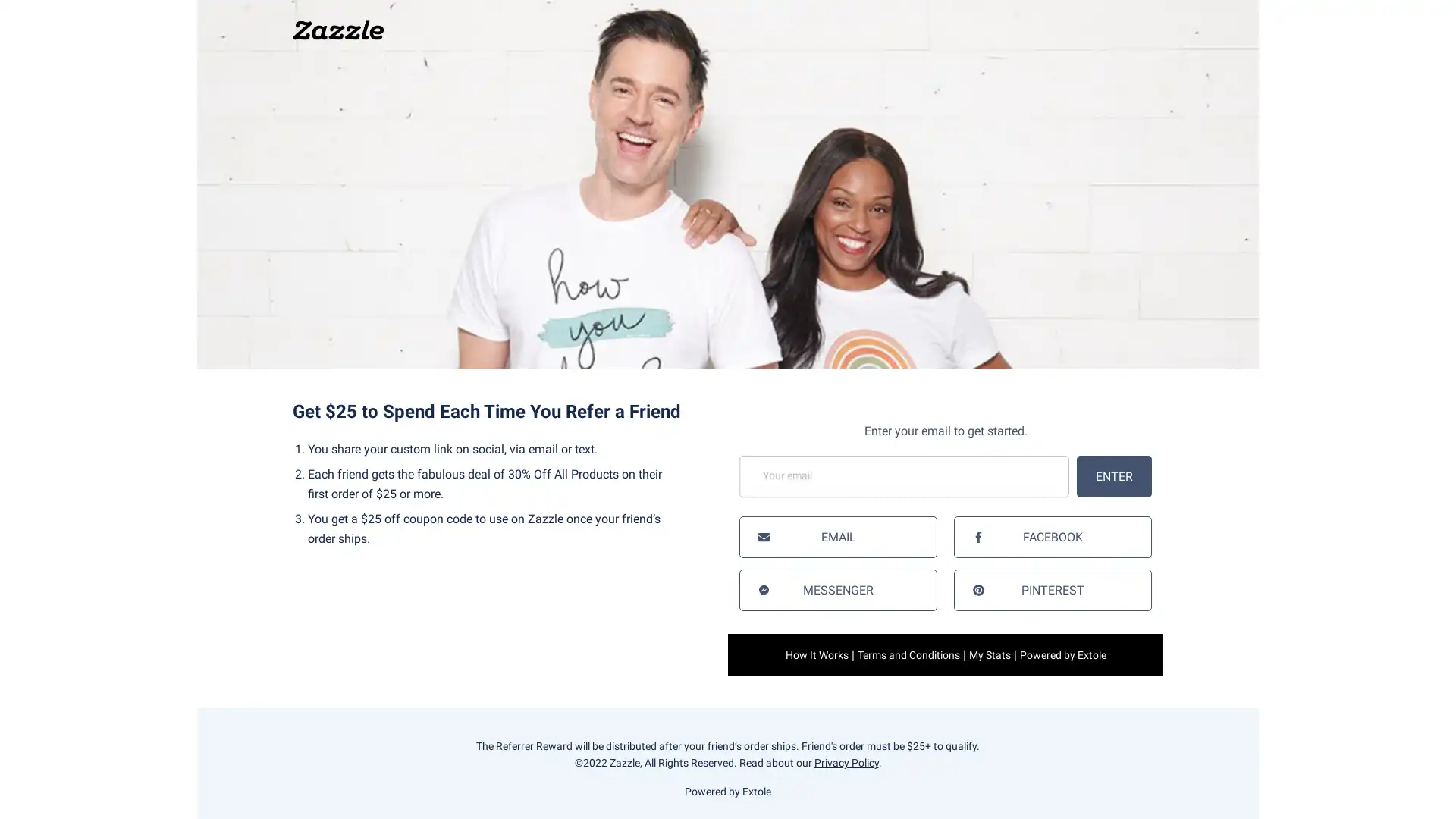 Image resolution: width=1456 pixels, height=819 pixels. I want to click on facebook, so click(1051, 535).